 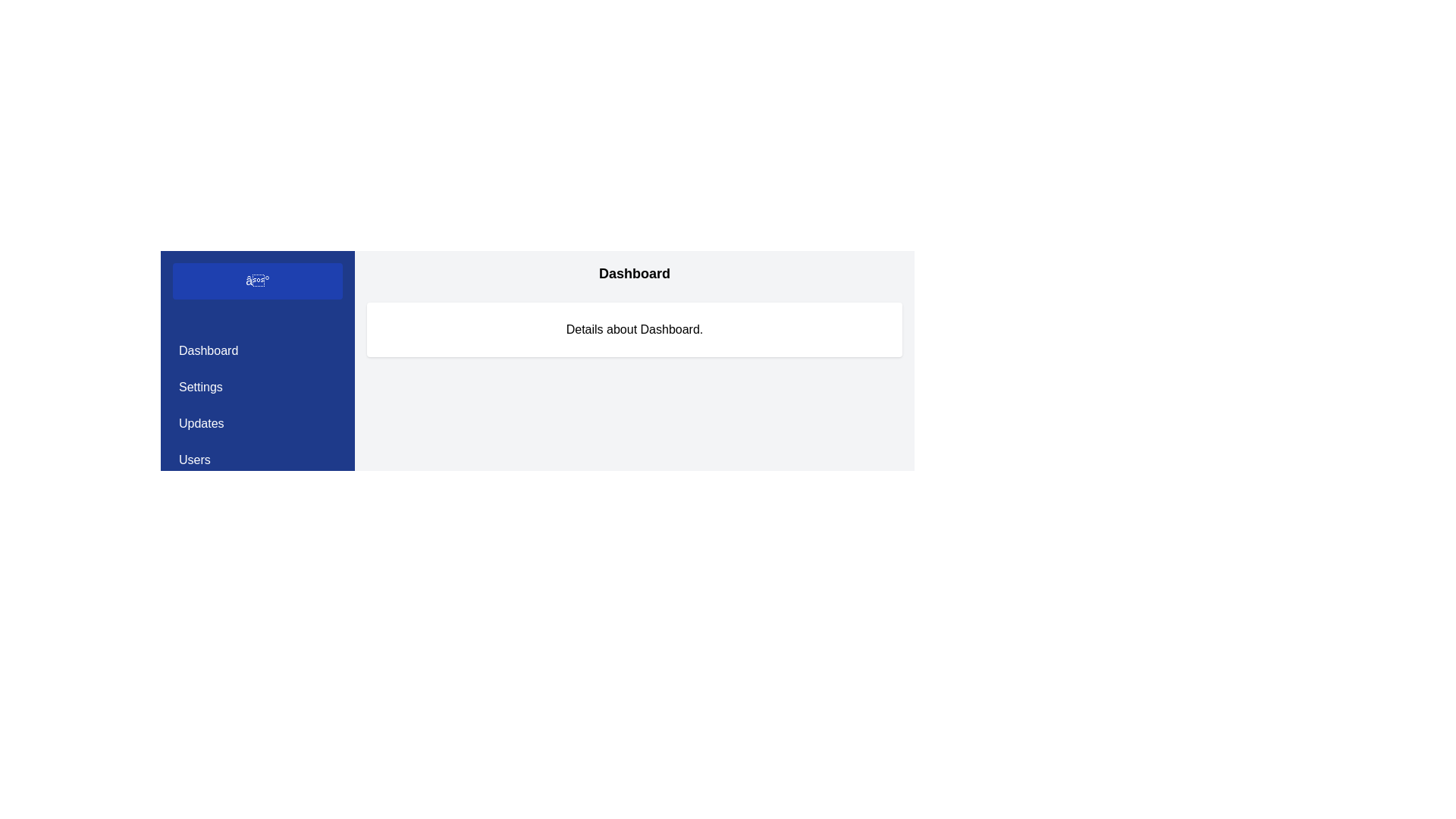 I want to click on the 'Updates' label in the sidebar menu, so click(x=200, y=424).